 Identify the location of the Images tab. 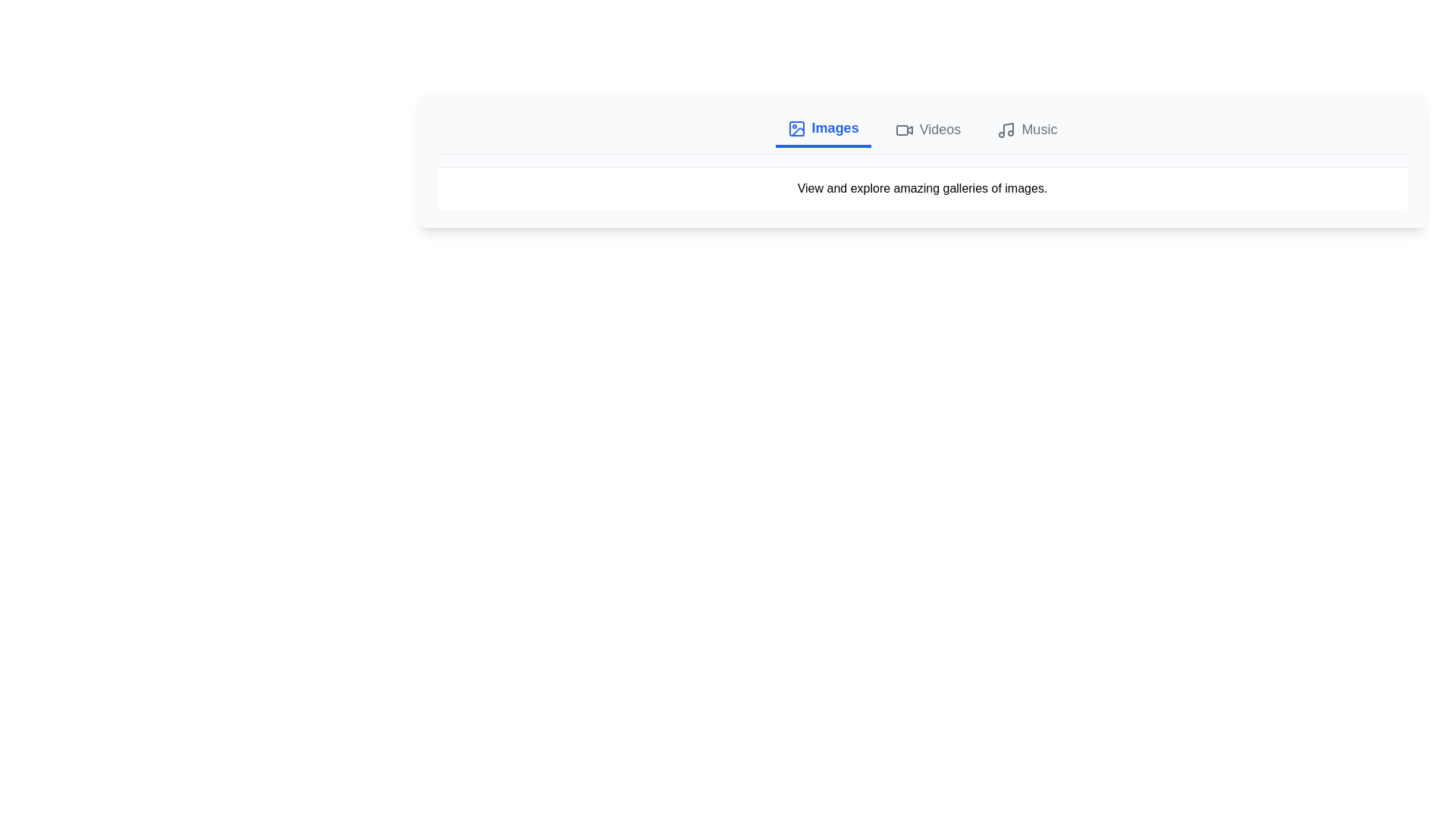
(822, 128).